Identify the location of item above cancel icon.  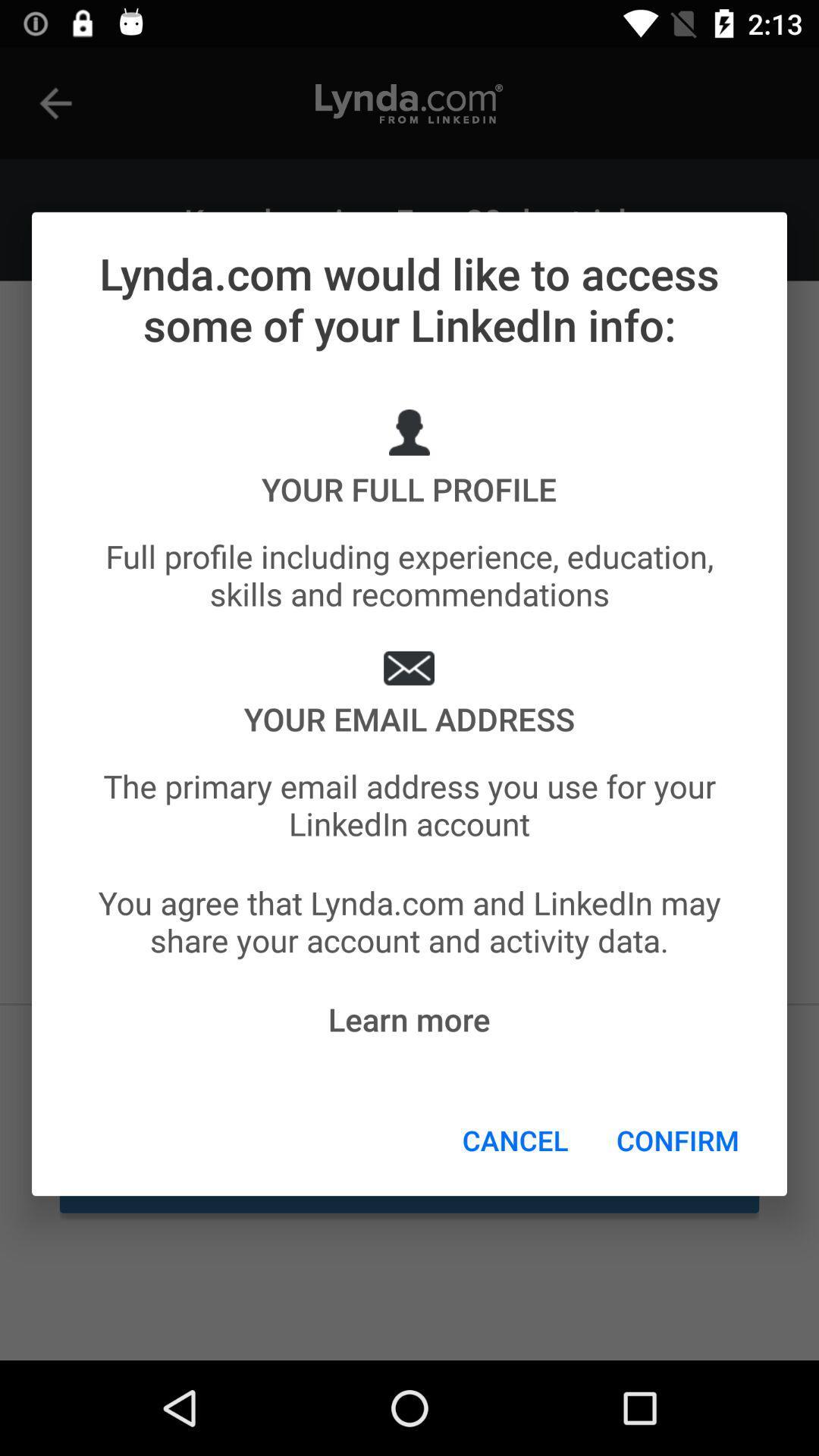
(408, 1019).